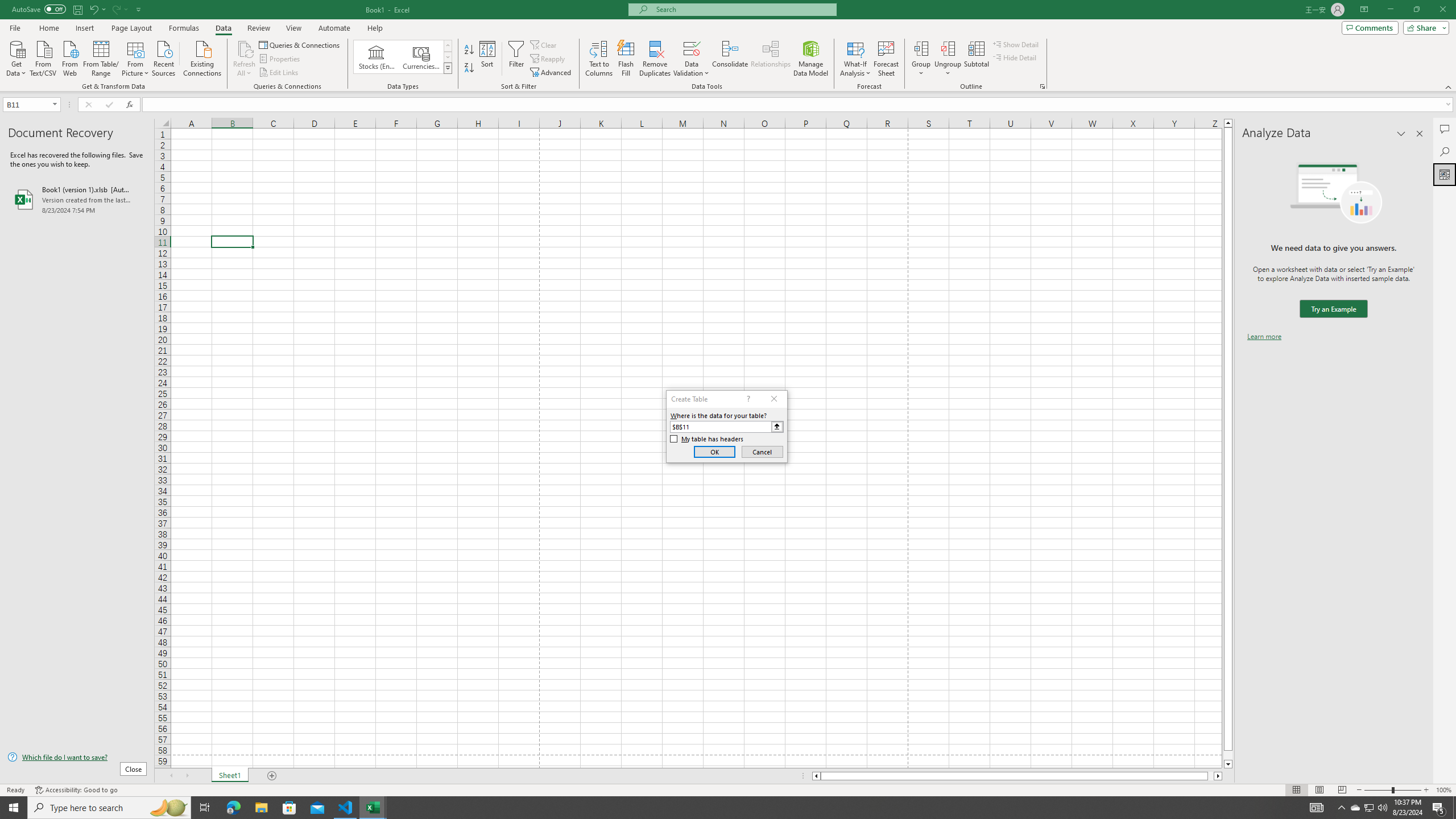  Describe the element at coordinates (1444, 152) in the screenshot. I see `'Search'` at that location.